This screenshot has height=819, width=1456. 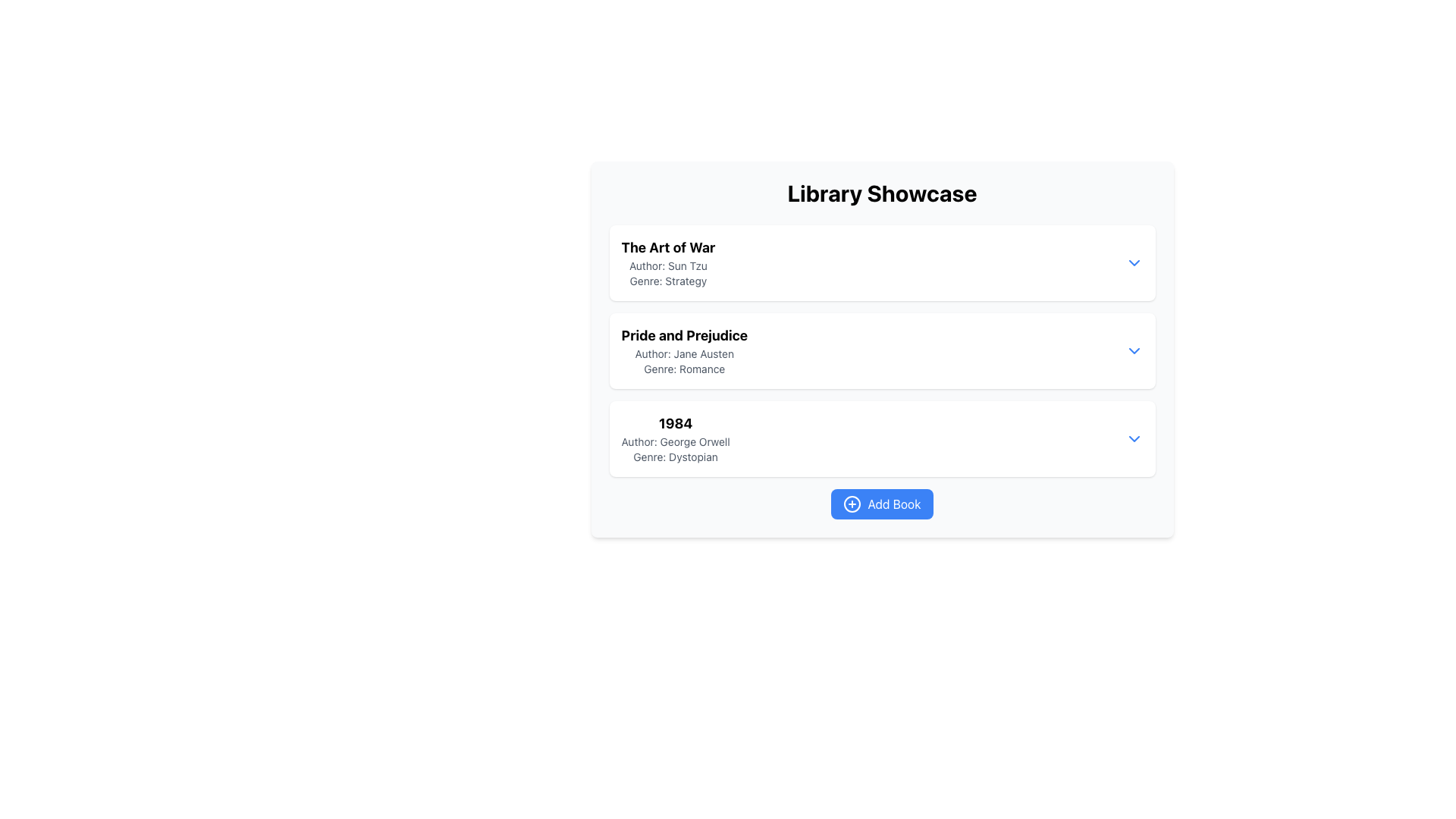 I want to click on the circular icon with a plus symbol inside, which is located within the blue rectangular button labeled 'Add Book', so click(x=852, y=504).